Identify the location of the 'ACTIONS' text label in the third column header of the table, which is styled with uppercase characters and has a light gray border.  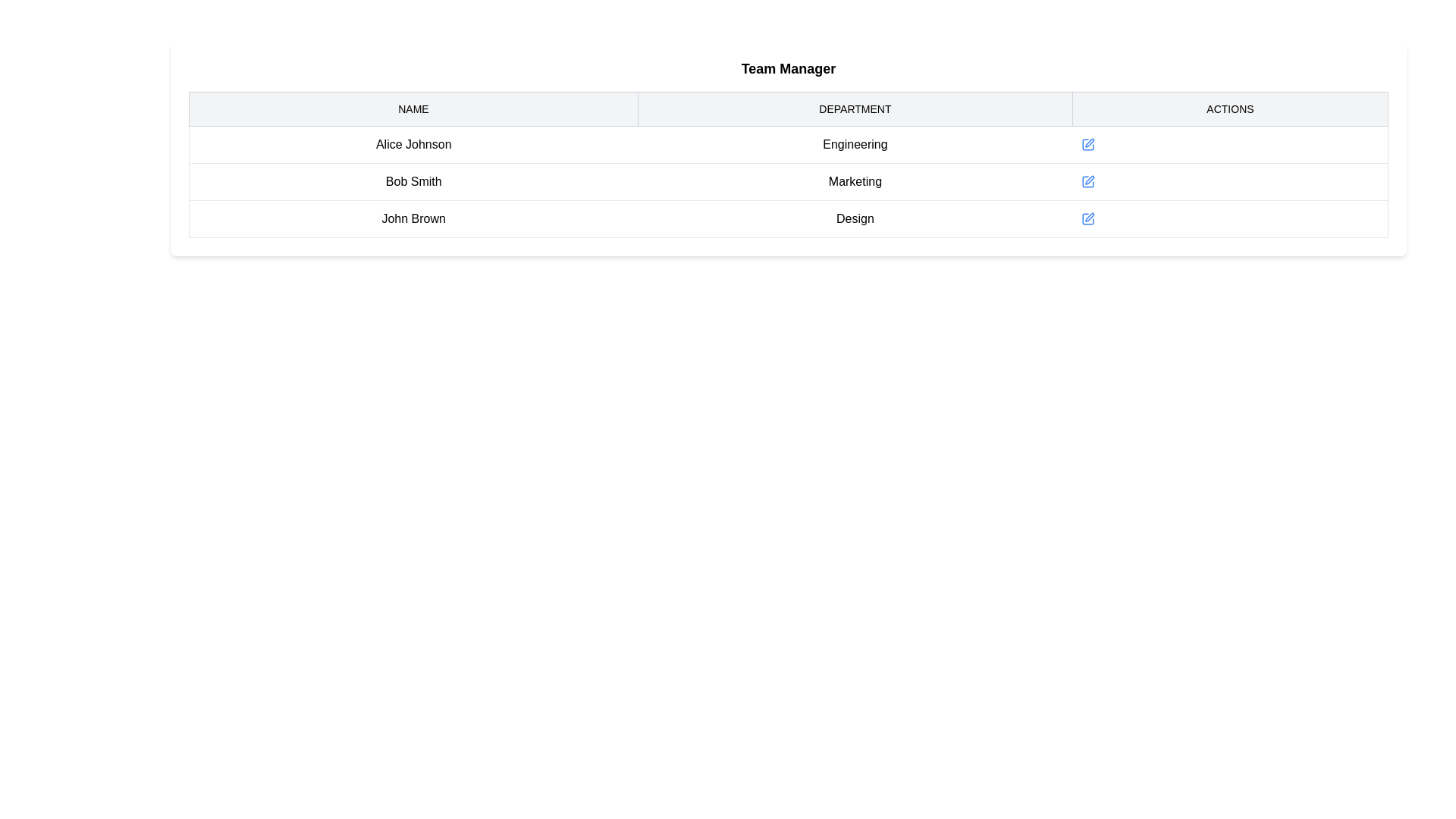
(1230, 108).